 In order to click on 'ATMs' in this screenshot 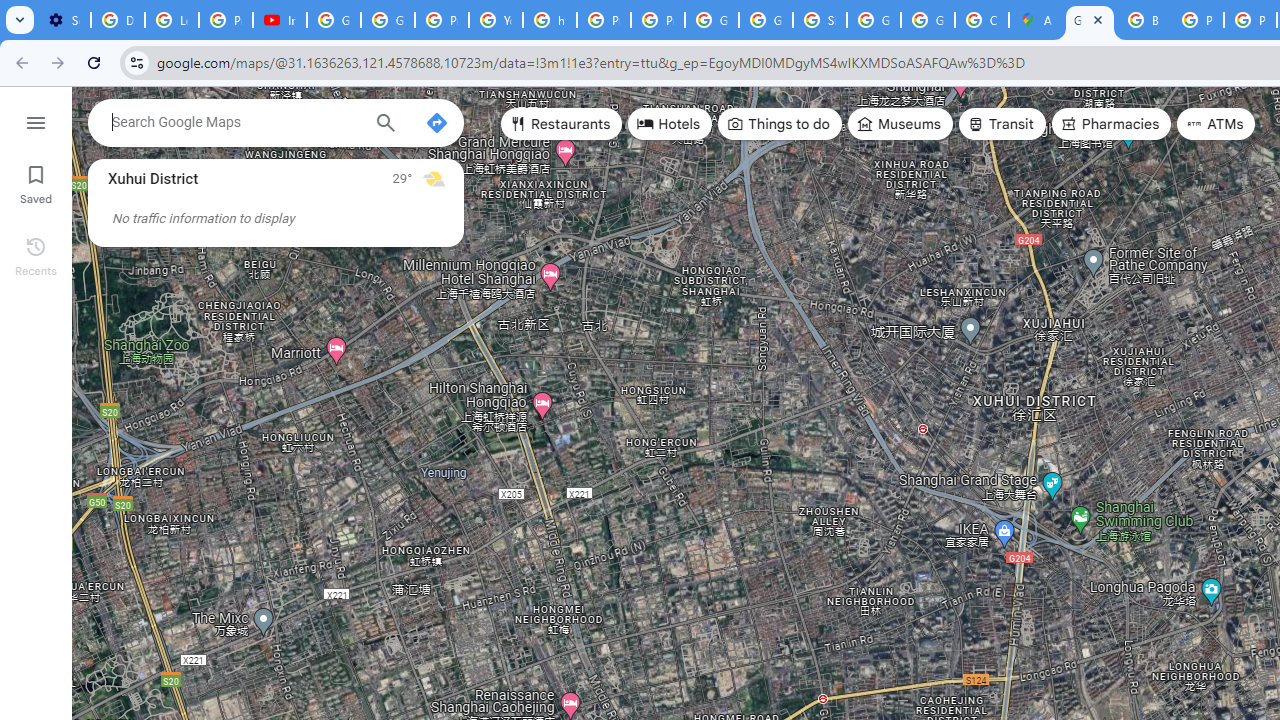, I will do `click(1215, 124)`.